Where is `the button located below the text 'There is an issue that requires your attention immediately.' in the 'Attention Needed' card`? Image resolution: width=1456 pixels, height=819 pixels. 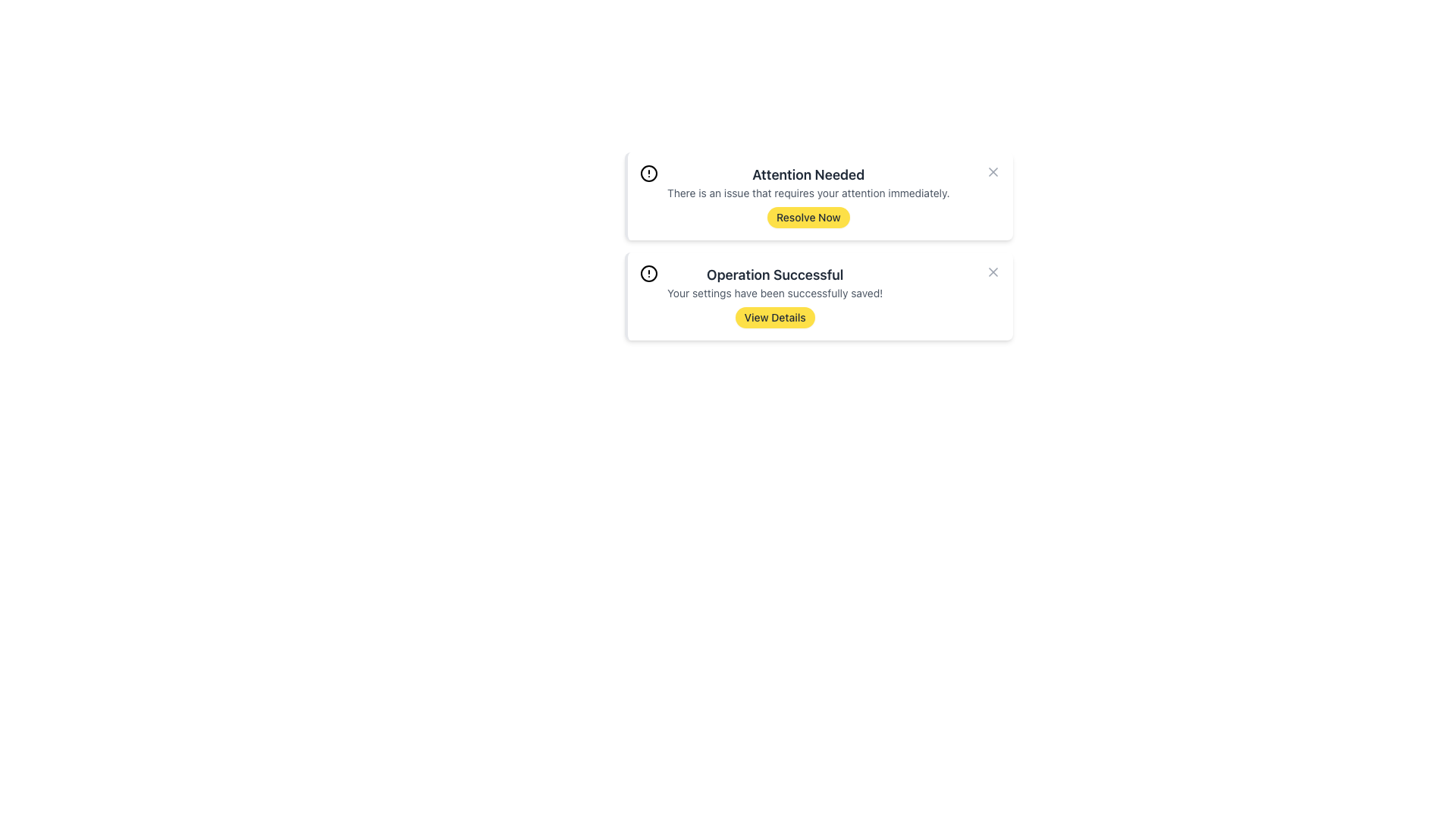
the button located below the text 'There is an issue that requires your attention immediately.' in the 'Attention Needed' card is located at coordinates (808, 217).